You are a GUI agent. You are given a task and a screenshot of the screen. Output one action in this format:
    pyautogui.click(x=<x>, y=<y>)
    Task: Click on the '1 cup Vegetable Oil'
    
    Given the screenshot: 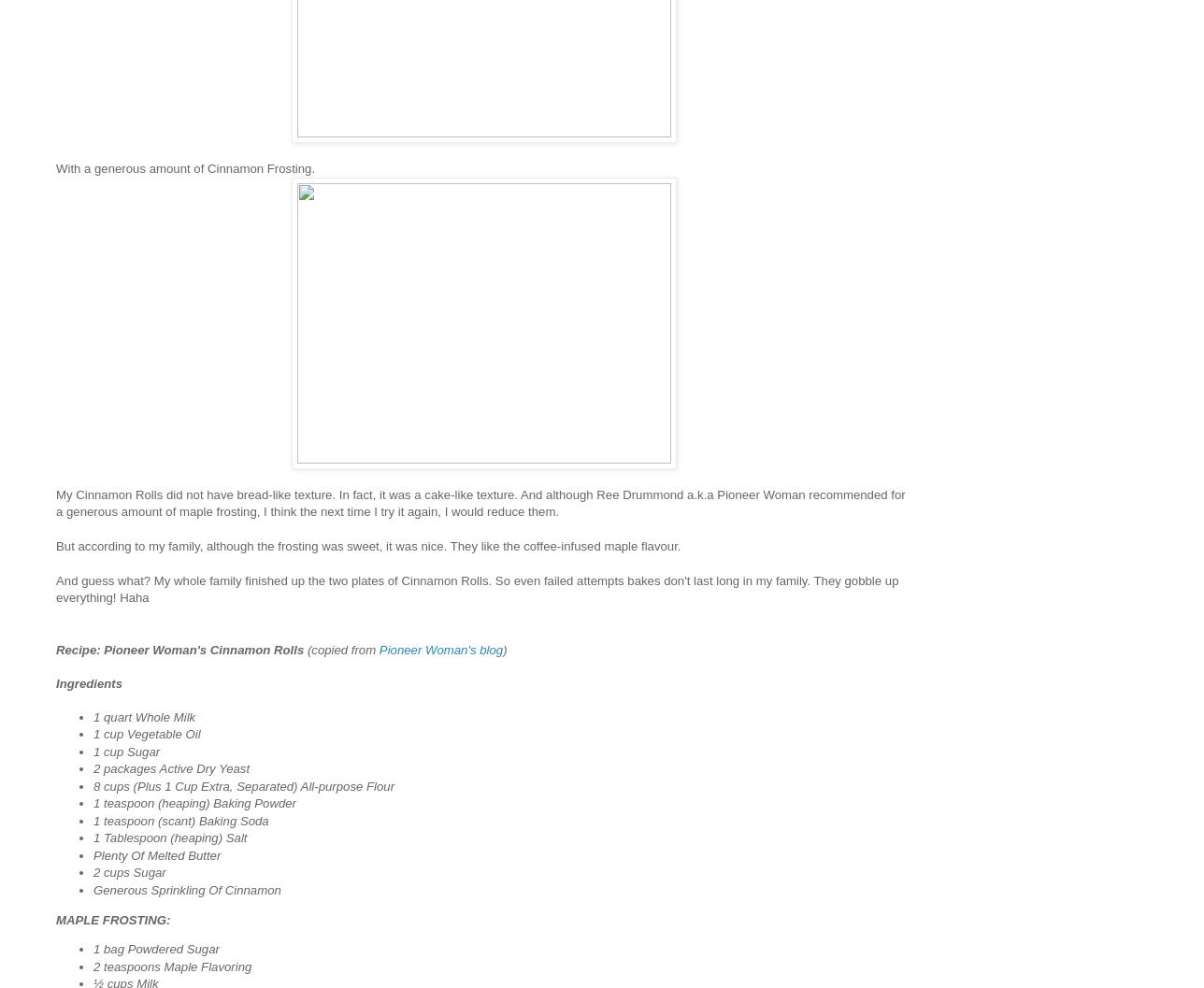 What is the action you would take?
    pyautogui.click(x=93, y=734)
    